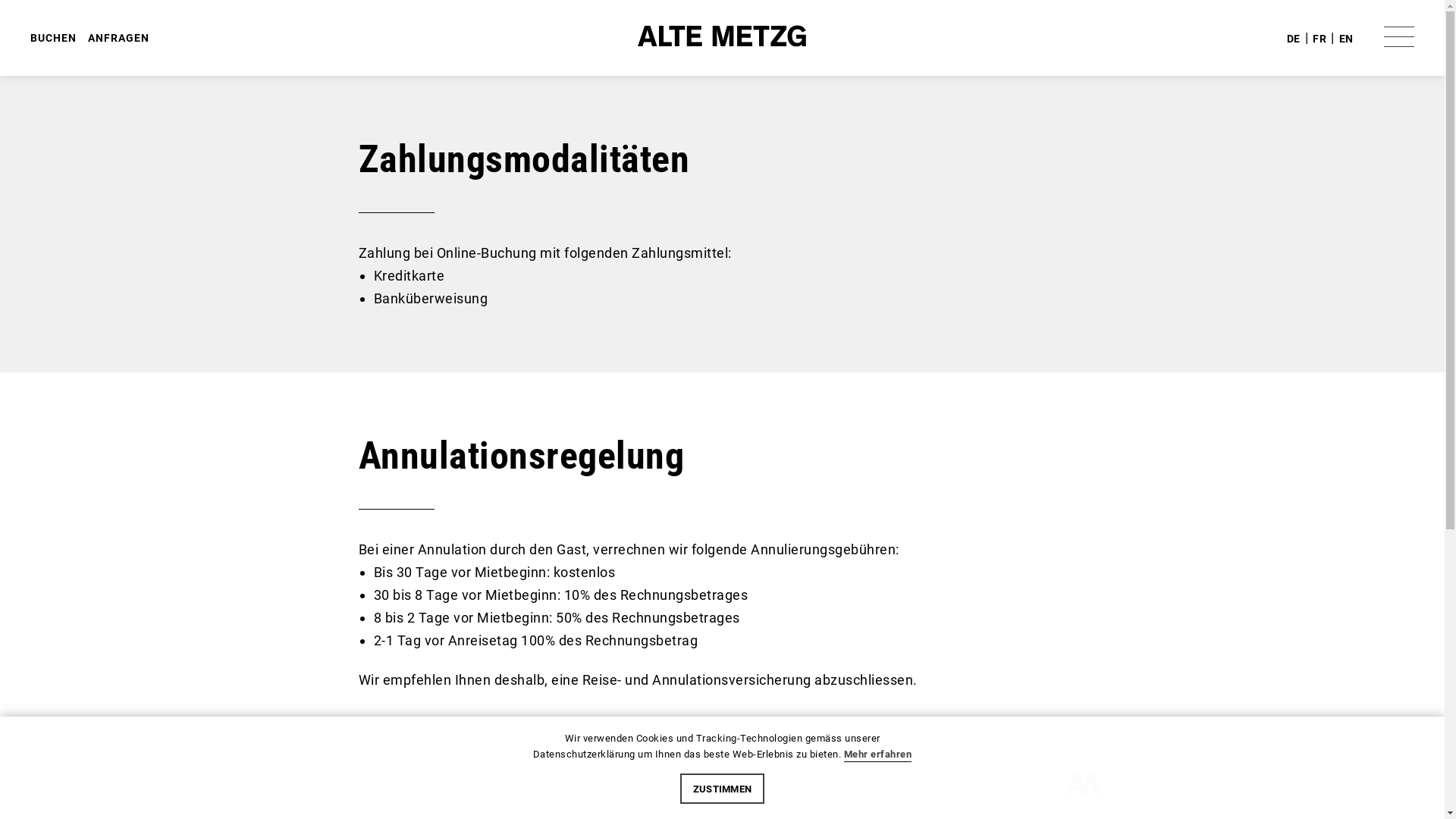  What do you see at coordinates (722, 788) in the screenshot?
I see `'ZUSTIMMEN'` at bounding box center [722, 788].